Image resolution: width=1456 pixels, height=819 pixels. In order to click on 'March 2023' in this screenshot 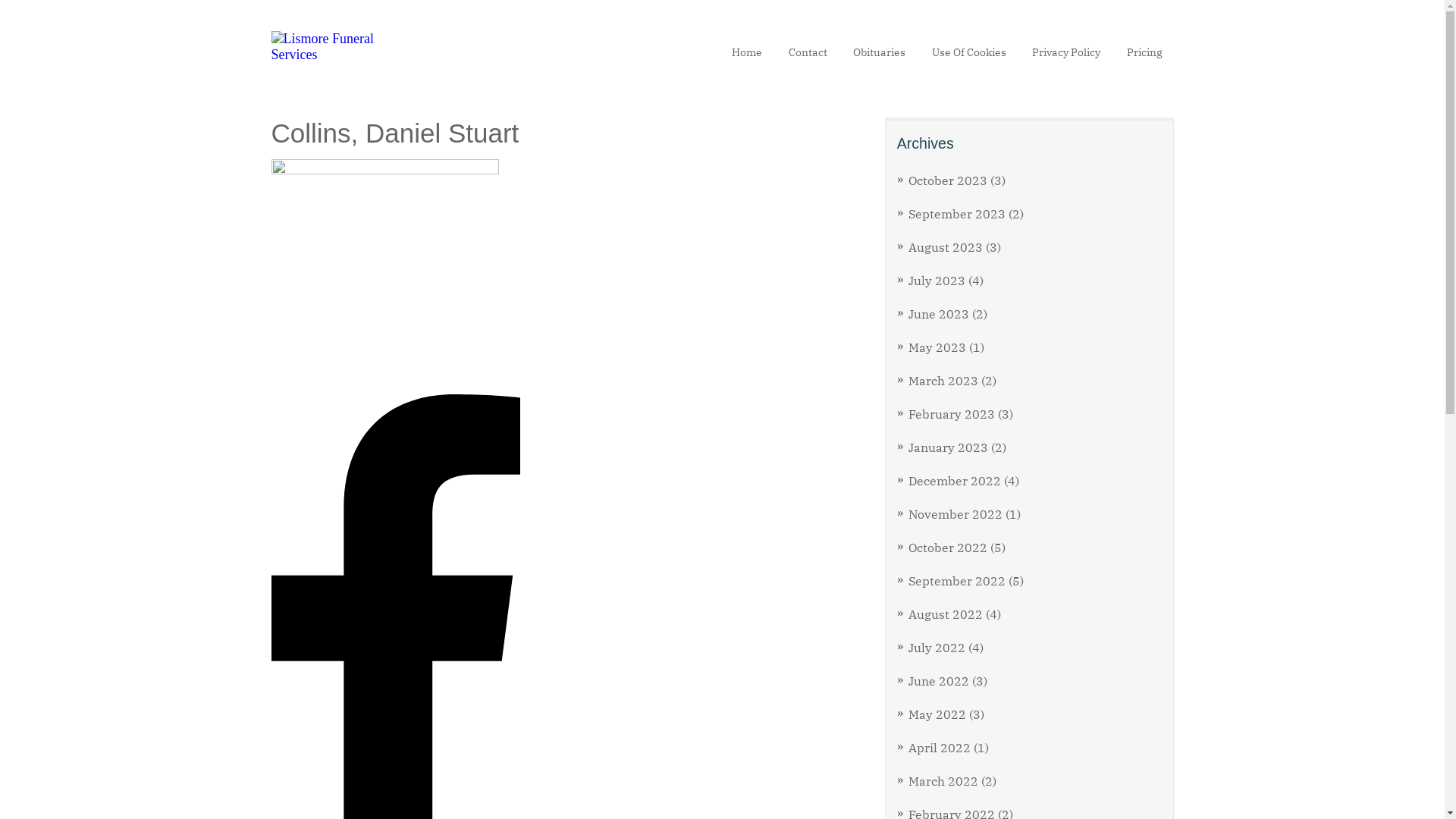, I will do `click(942, 379)`.